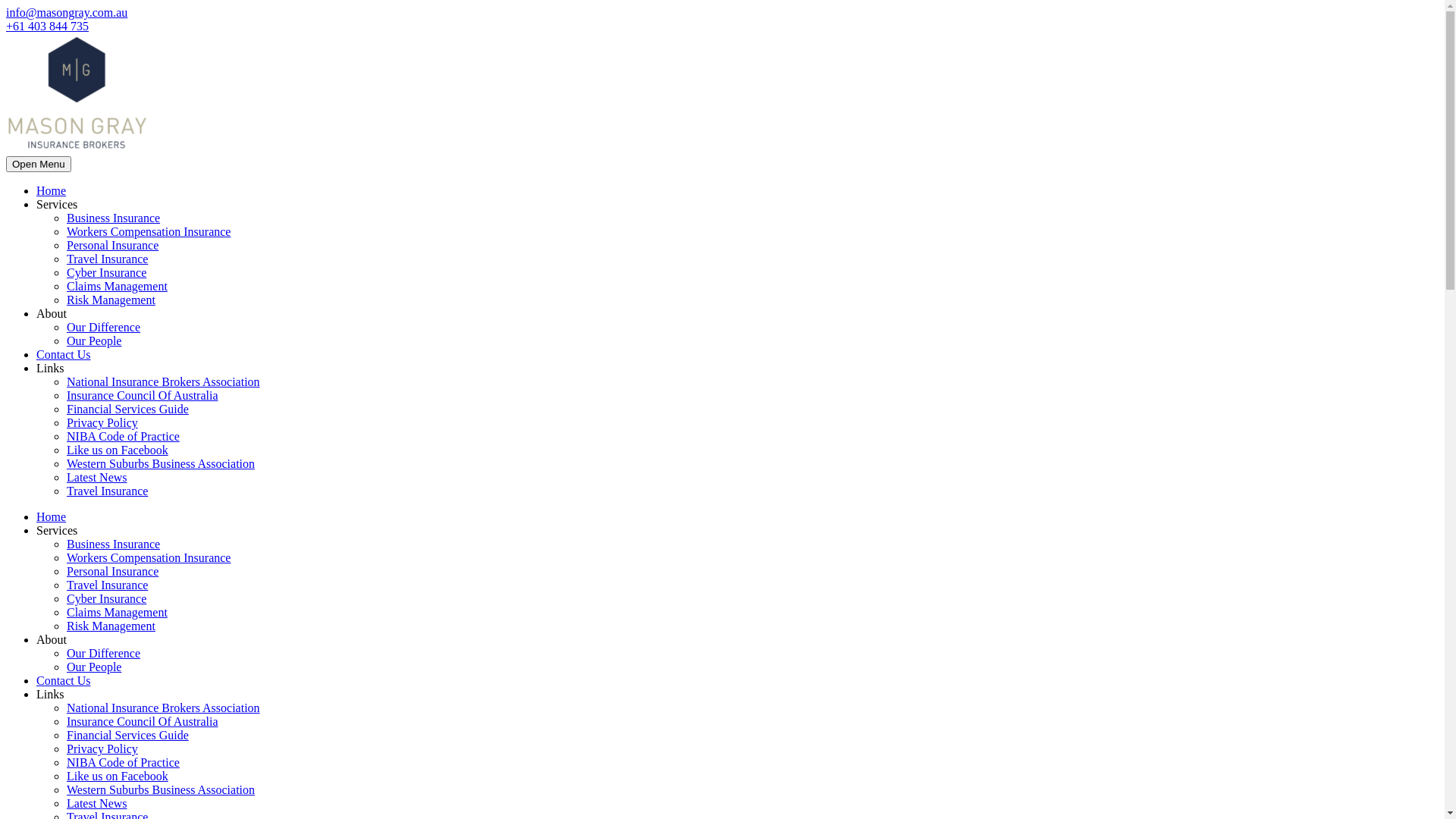 The image size is (1456, 819). Describe the element at coordinates (51, 639) in the screenshot. I see `'About'` at that location.